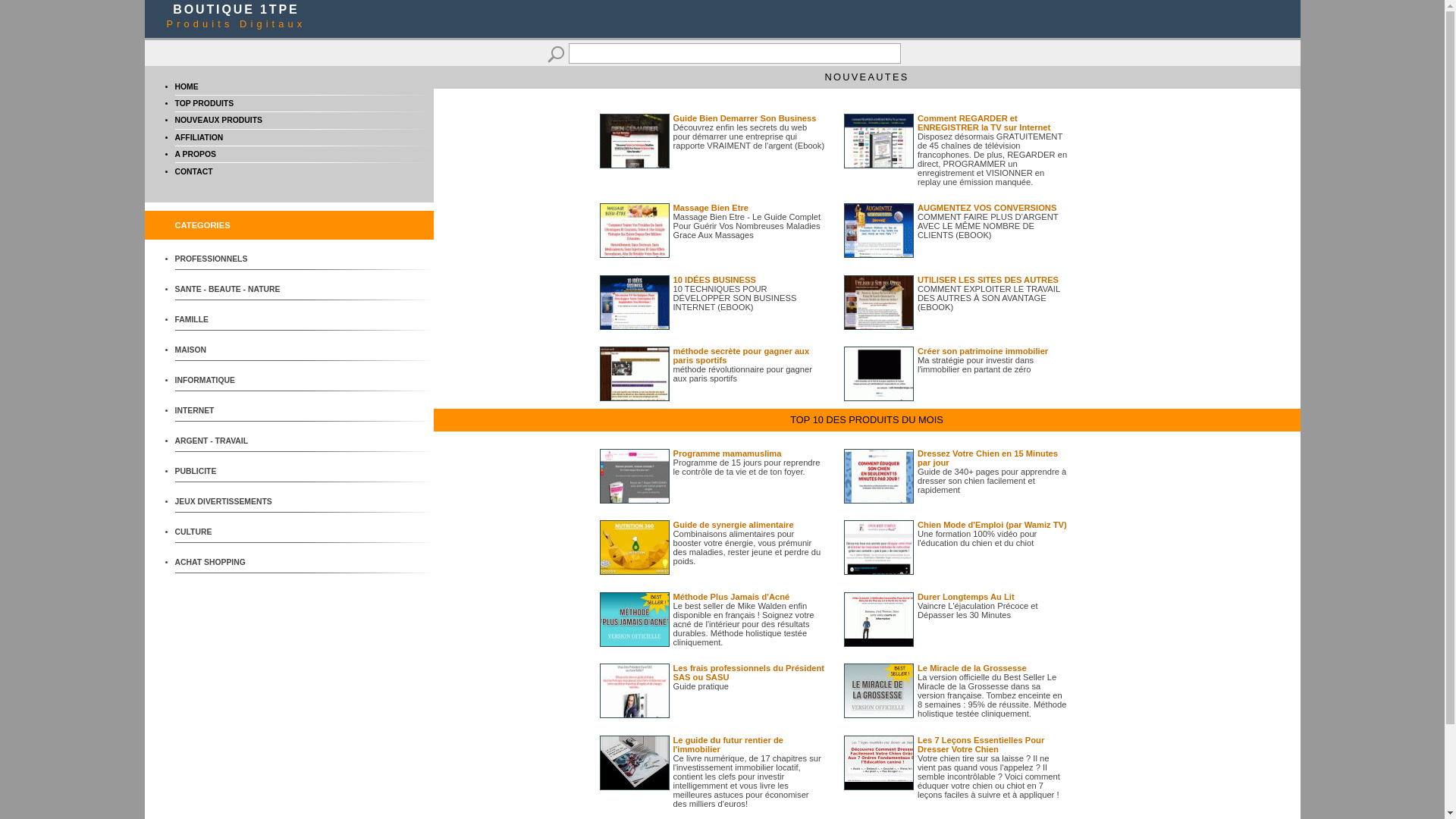 This screenshot has height=819, width=1456. I want to click on 'Guide pratique', so click(700, 686).